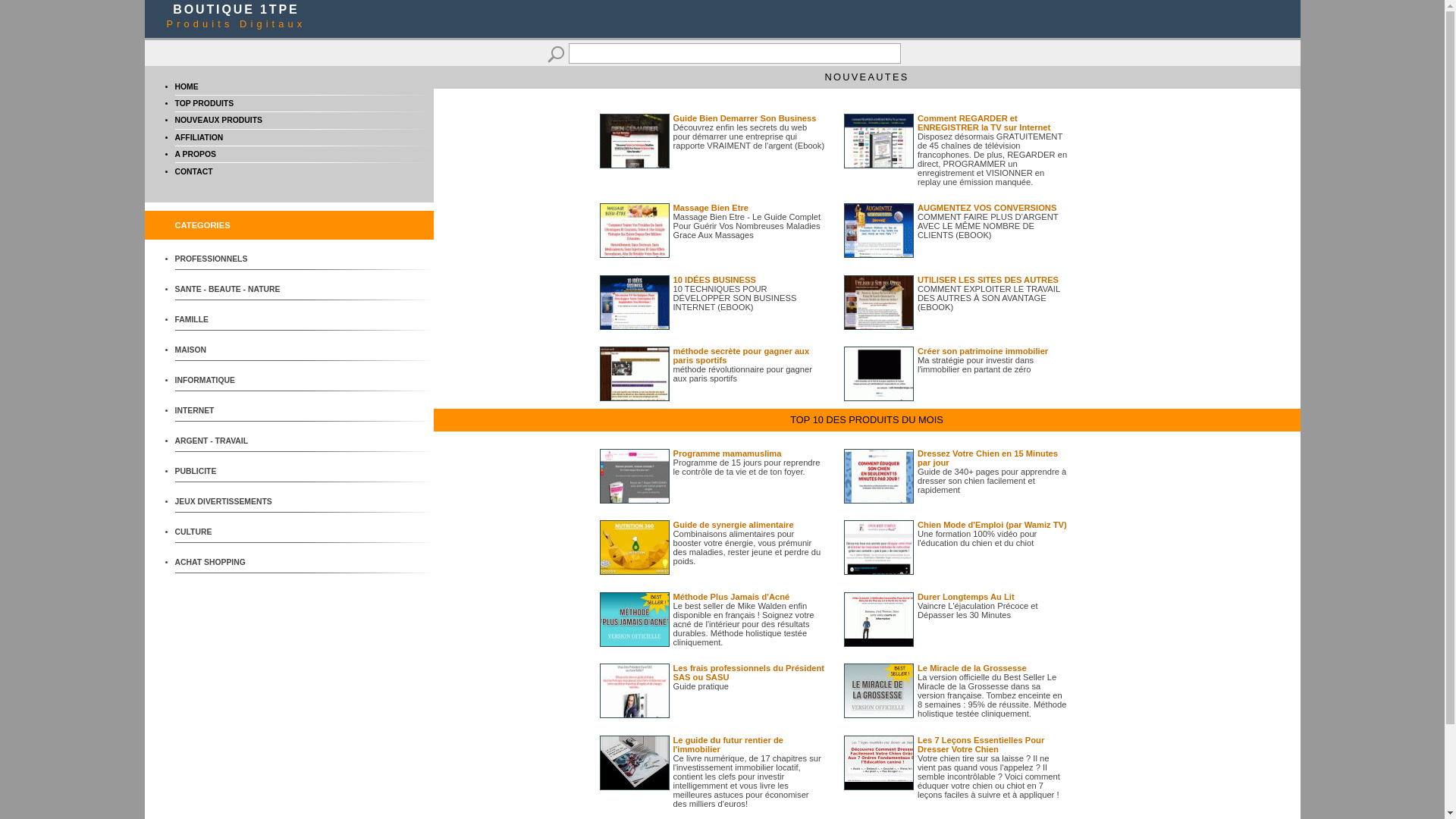 This screenshot has height=819, width=1456. I want to click on 'Guide pratique', so click(700, 686).